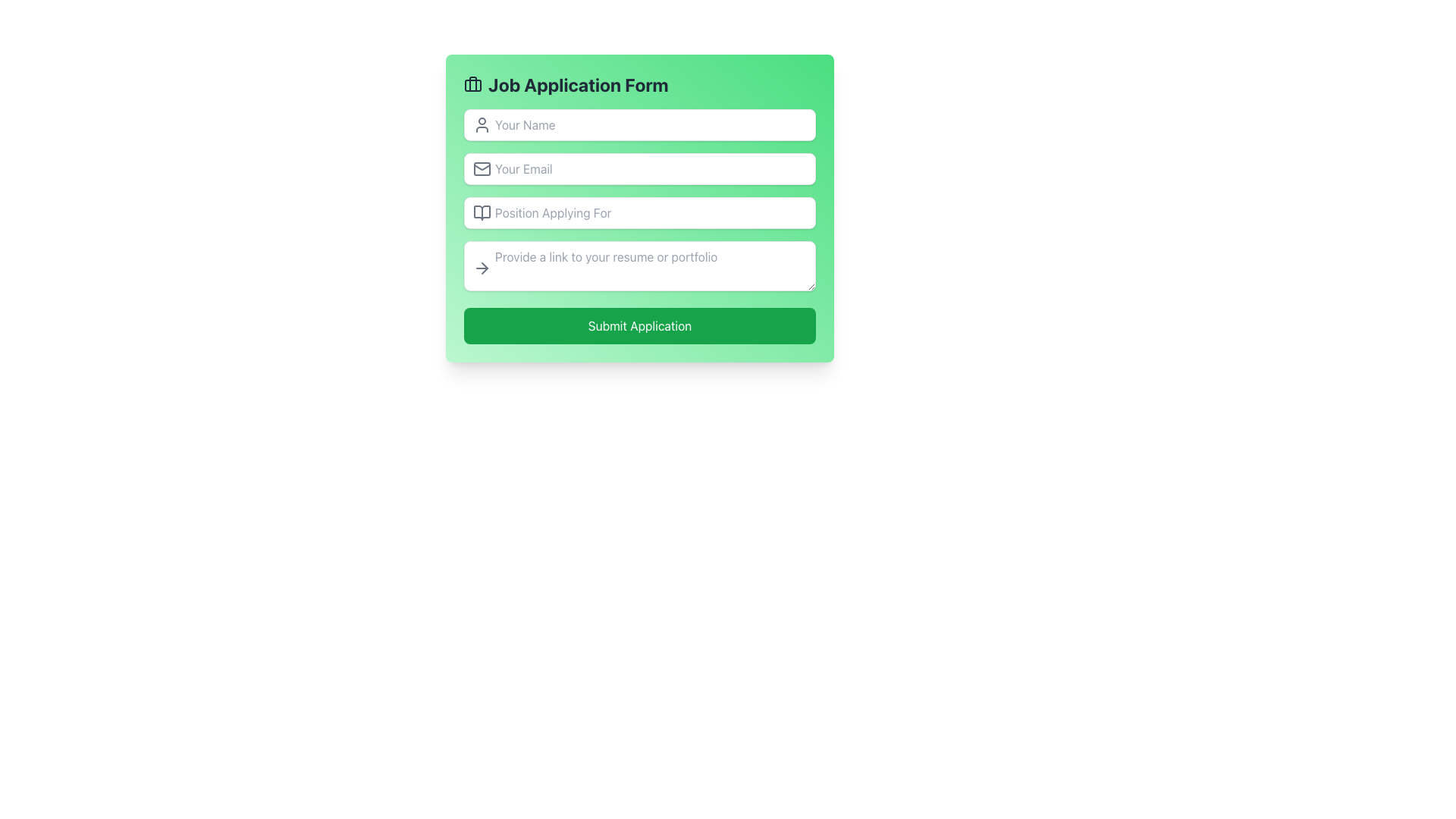 The height and width of the screenshot is (819, 1456). What do you see at coordinates (640, 169) in the screenshot?
I see `the email input field in the Job Application Form to focus it or display additional hints` at bounding box center [640, 169].